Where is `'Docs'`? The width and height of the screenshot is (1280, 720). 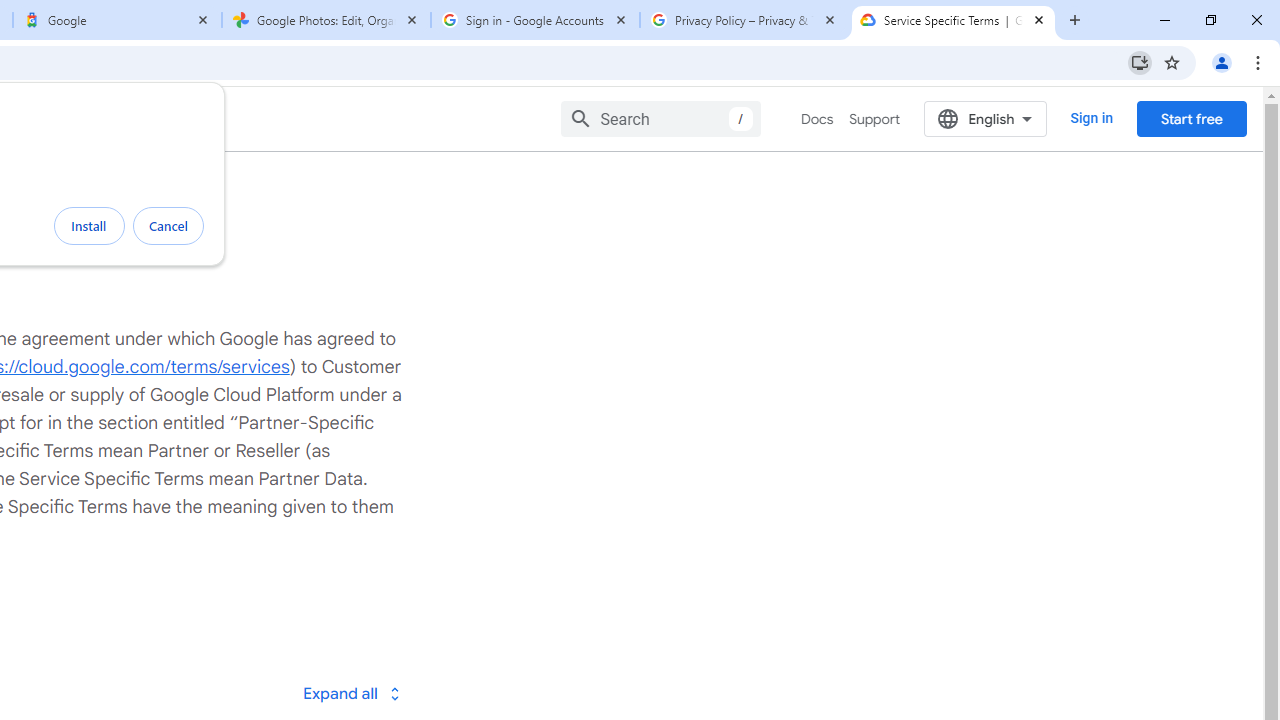 'Docs' is located at coordinates (817, 119).